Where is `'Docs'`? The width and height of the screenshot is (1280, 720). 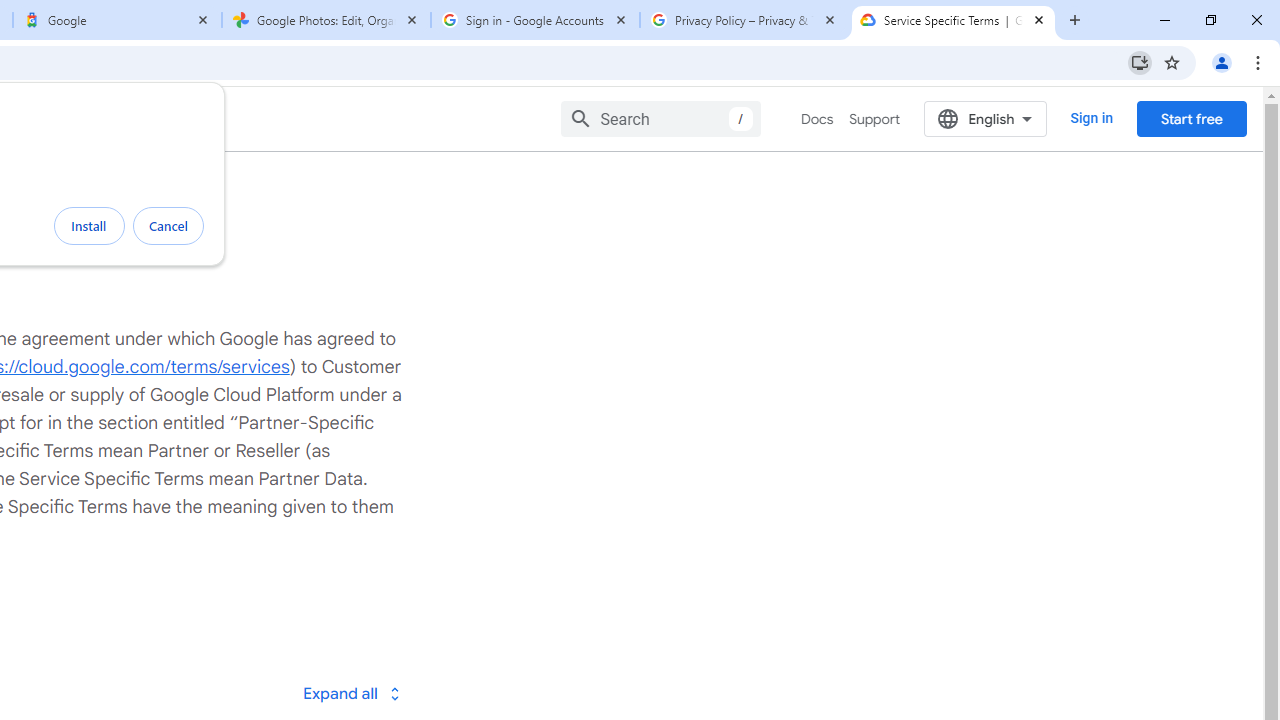 'Docs' is located at coordinates (817, 119).